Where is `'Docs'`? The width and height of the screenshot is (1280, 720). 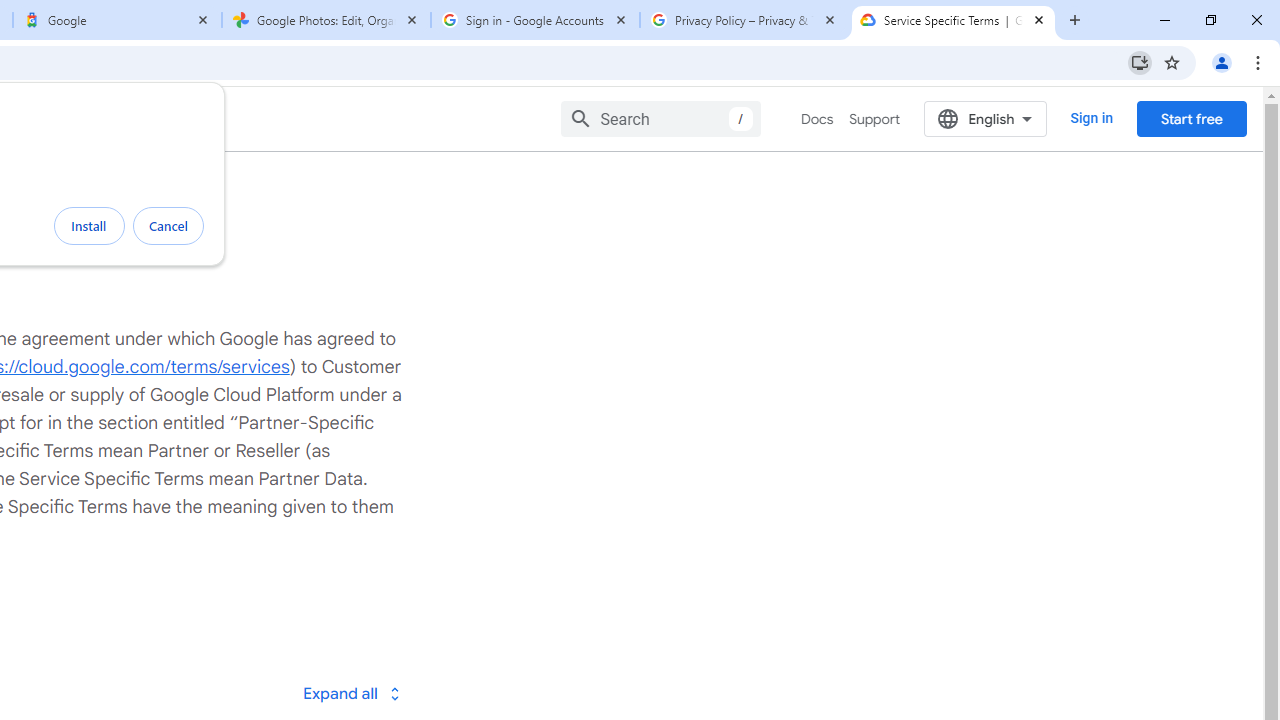 'Docs' is located at coordinates (817, 119).